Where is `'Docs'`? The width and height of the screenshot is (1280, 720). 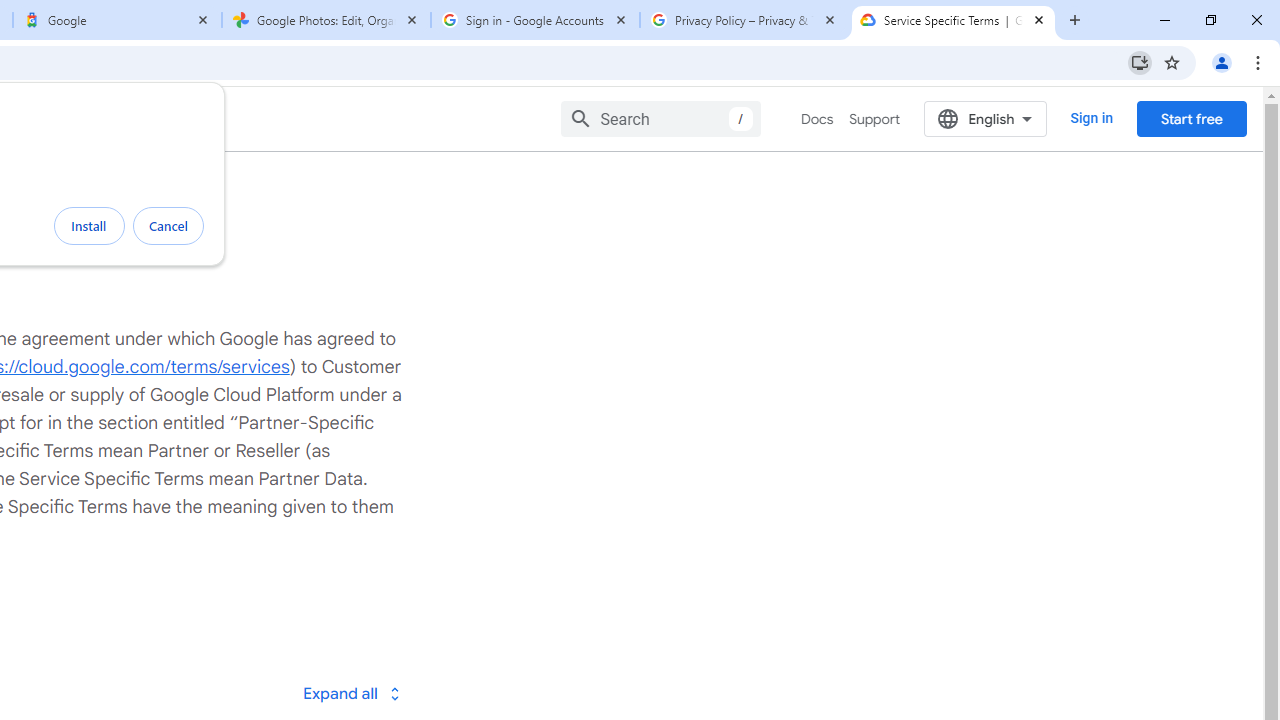 'Docs' is located at coordinates (817, 119).